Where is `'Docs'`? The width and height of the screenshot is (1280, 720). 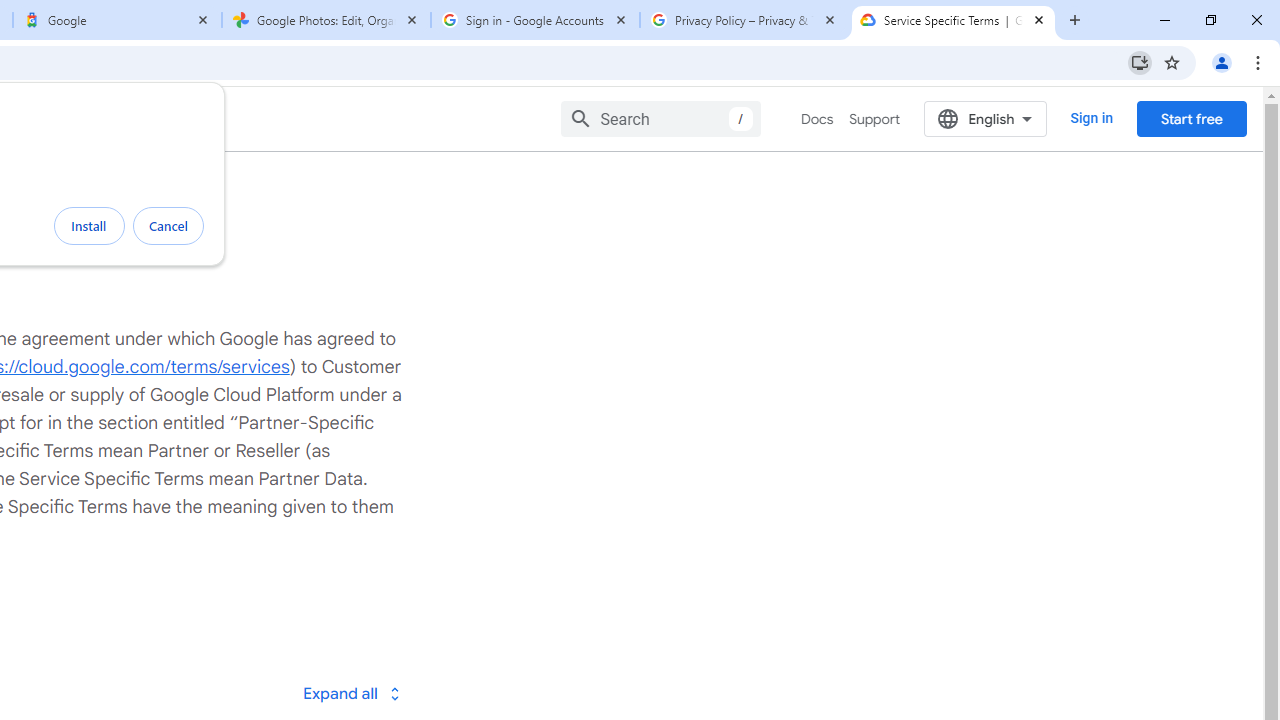 'Docs' is located at coordinates (817, 119).